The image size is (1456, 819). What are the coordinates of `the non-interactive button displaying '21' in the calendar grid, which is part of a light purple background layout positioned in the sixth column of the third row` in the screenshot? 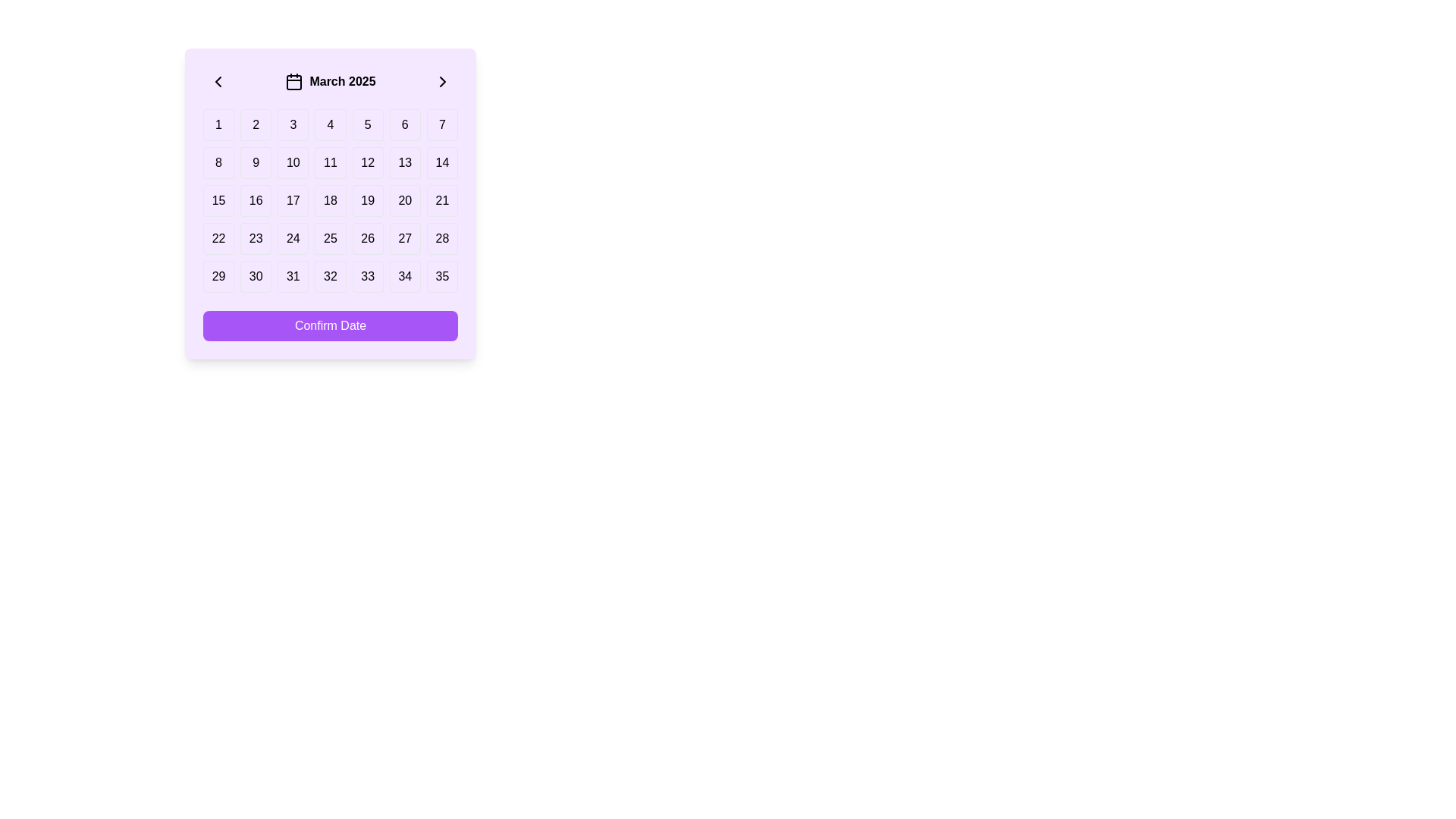 It's located at (441, 200).